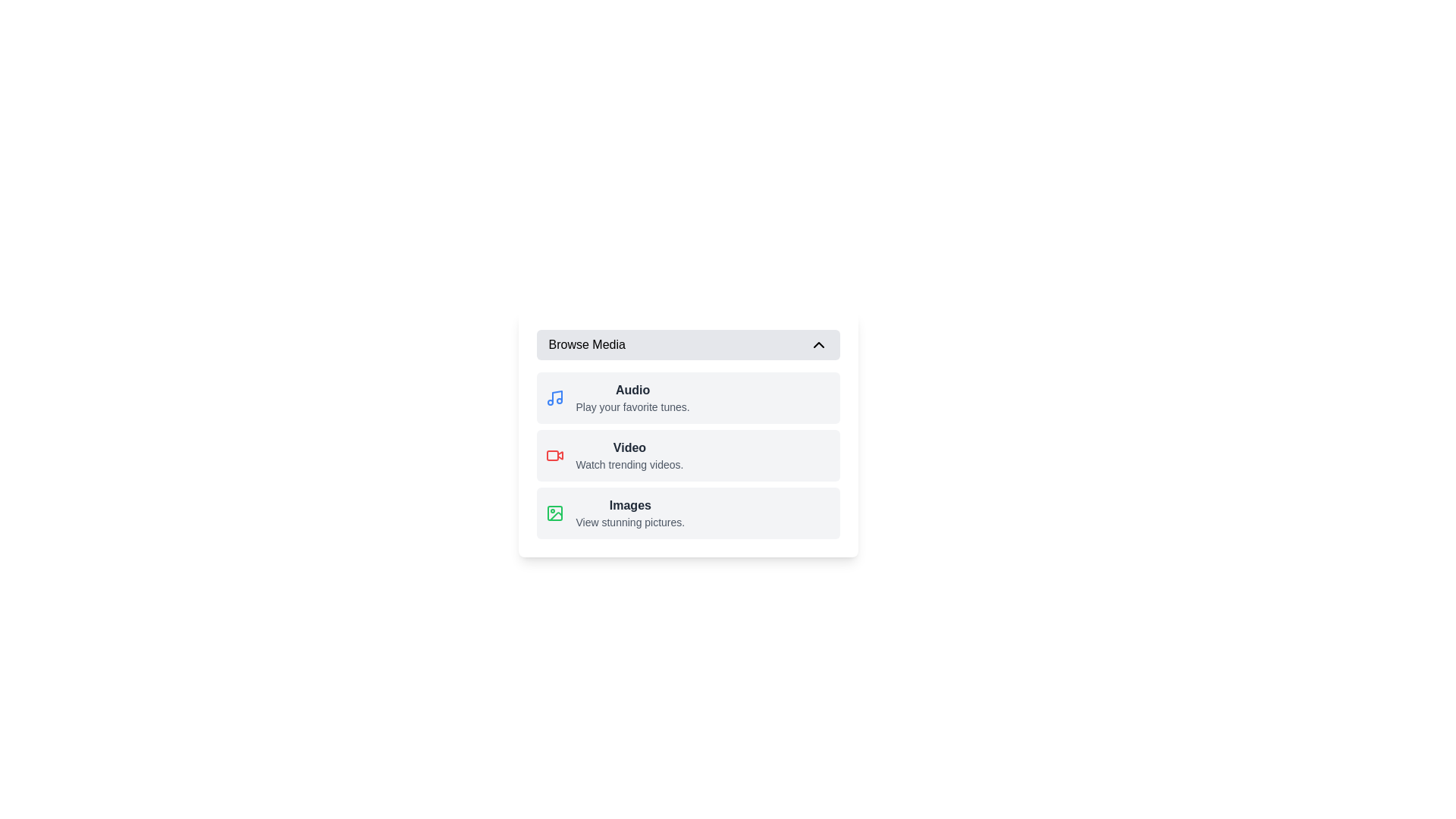 The height and width of the screenshot is (819, 1456). Describe the element at coordinates (554, 455) in the screenshot. I see `the 'Video' icon in the 'Browse Media' section, which visually represents the function of watching videos, located between 'Audio' and 'Images'` at that location.